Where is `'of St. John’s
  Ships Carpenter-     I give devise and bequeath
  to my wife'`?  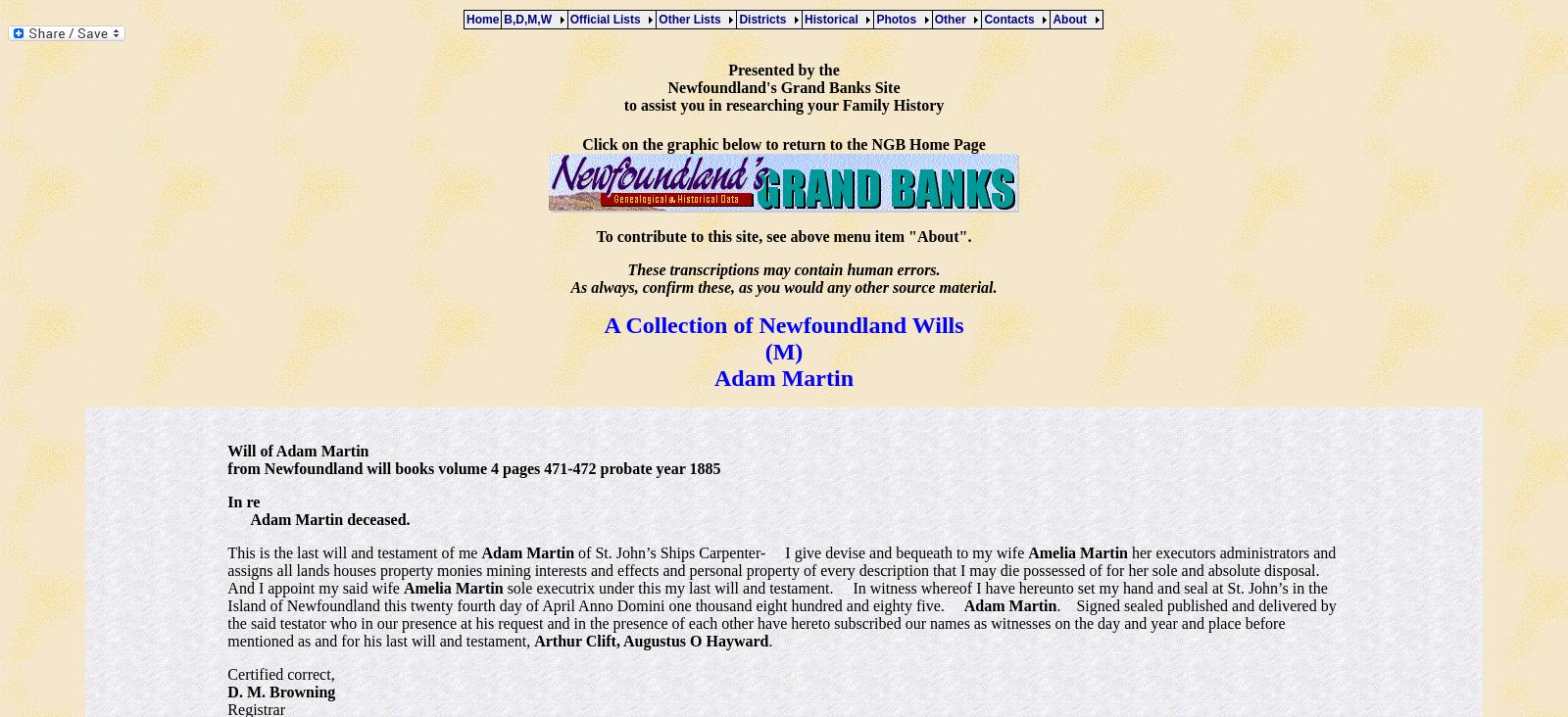 'of St. John’s
  Ships Carpenter-     I give devise and bequeath
  to my wife' is located at coordinates (800, 550).